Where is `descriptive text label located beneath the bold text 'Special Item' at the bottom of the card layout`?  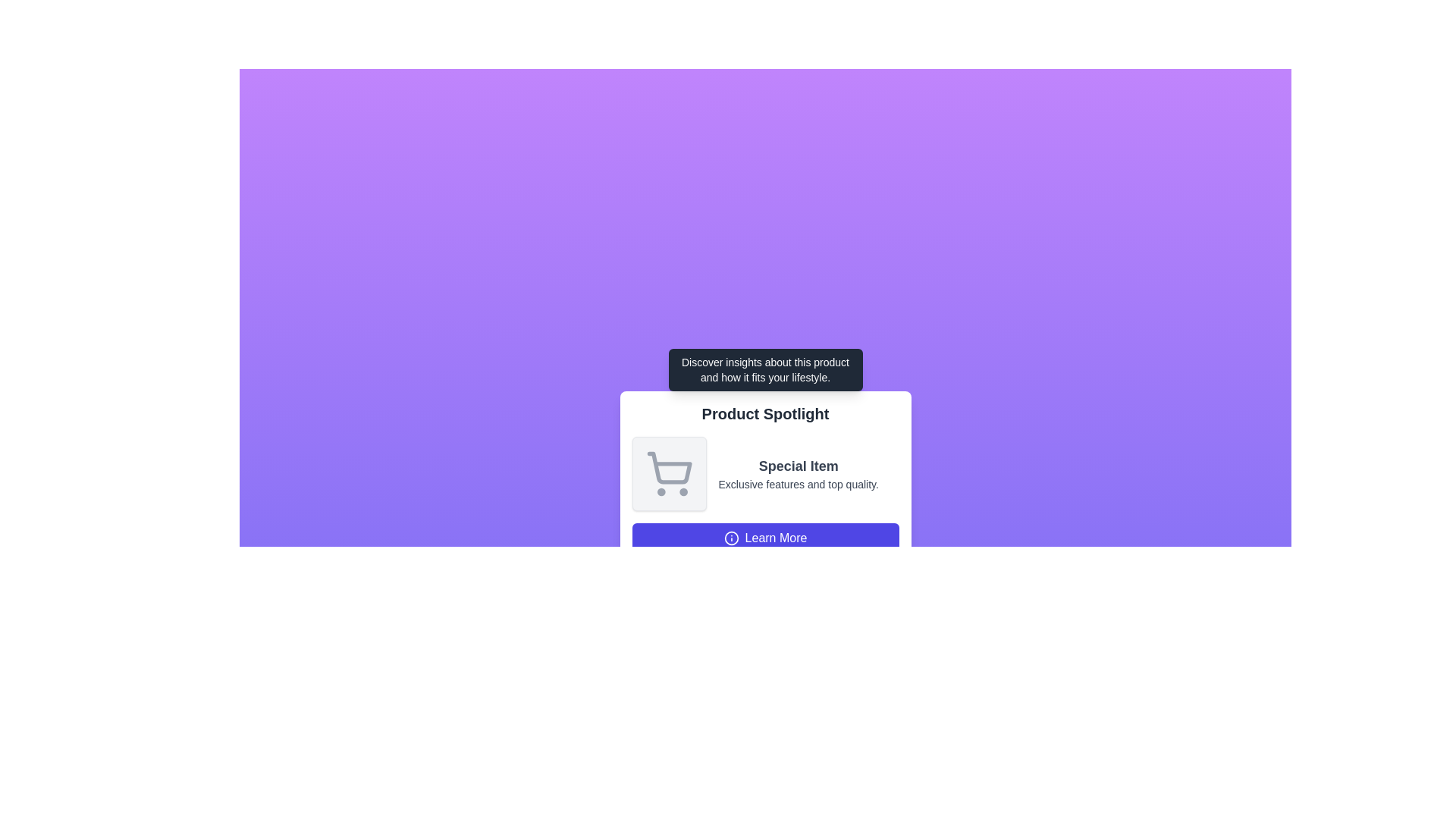
descriptive text label located beneath the bold text 'Special Item' at the bottom of the card layout is located at coordinates (798, 485).